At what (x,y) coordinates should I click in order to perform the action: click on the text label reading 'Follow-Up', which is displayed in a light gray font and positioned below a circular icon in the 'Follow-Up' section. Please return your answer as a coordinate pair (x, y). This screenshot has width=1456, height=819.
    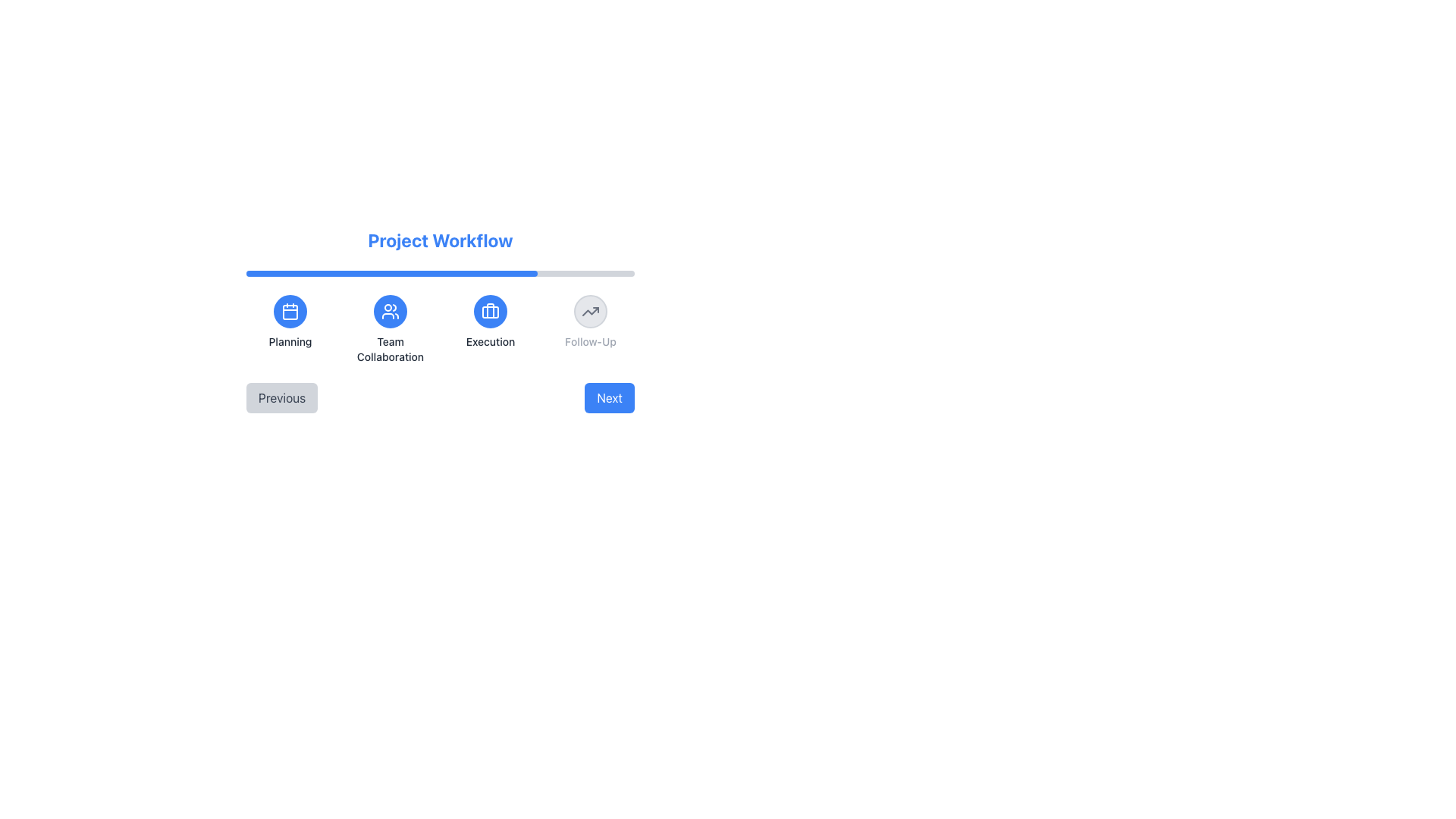
    Looking at the image, I should click on (589, 342).